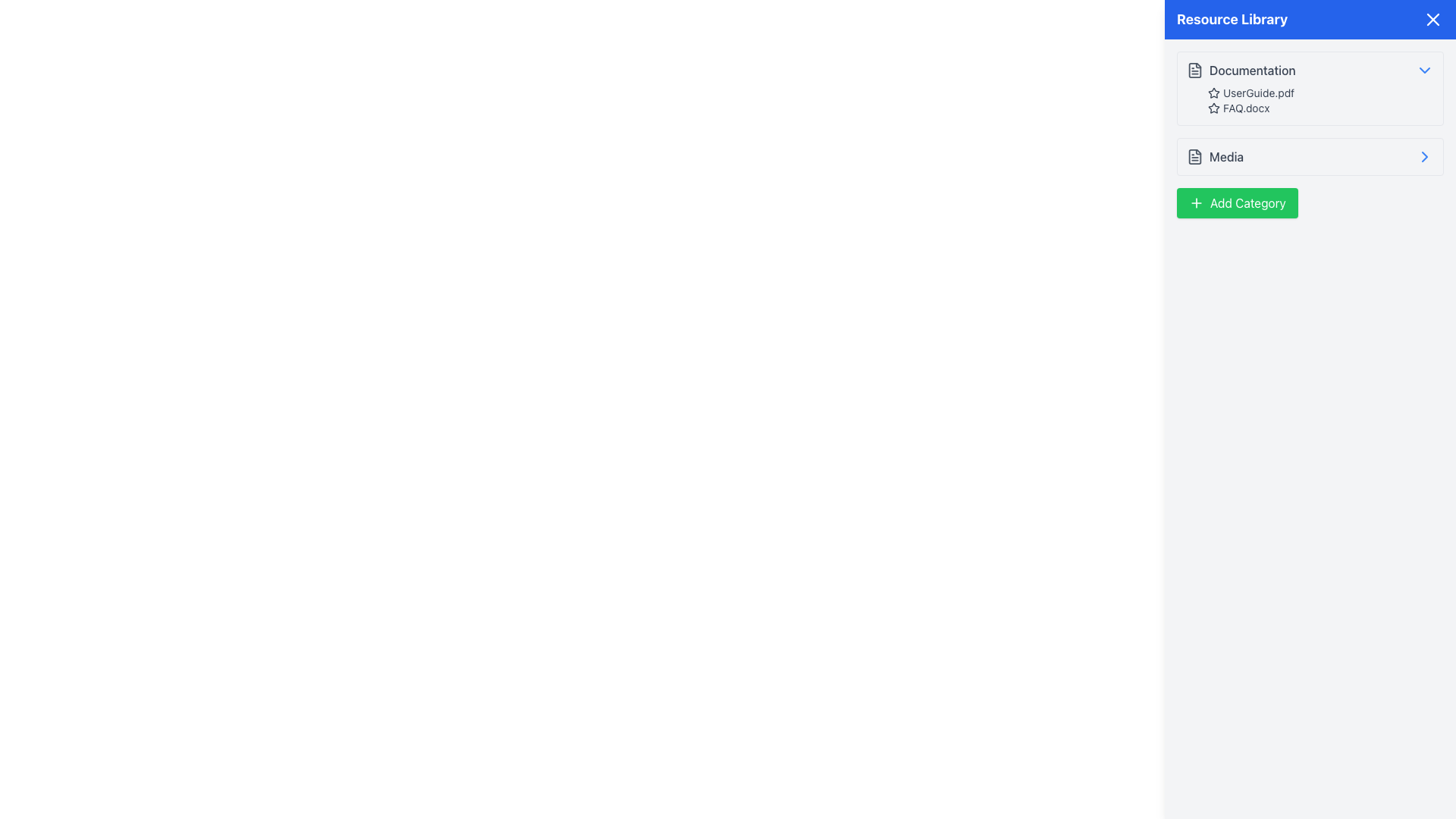  What do you see at coordinates (1212, 93) in the screenshot?
I see `the star-shaped icon located in the 'Documentation' section of the 'Resource Library' sidebar` at bounding box center [1212, 93].